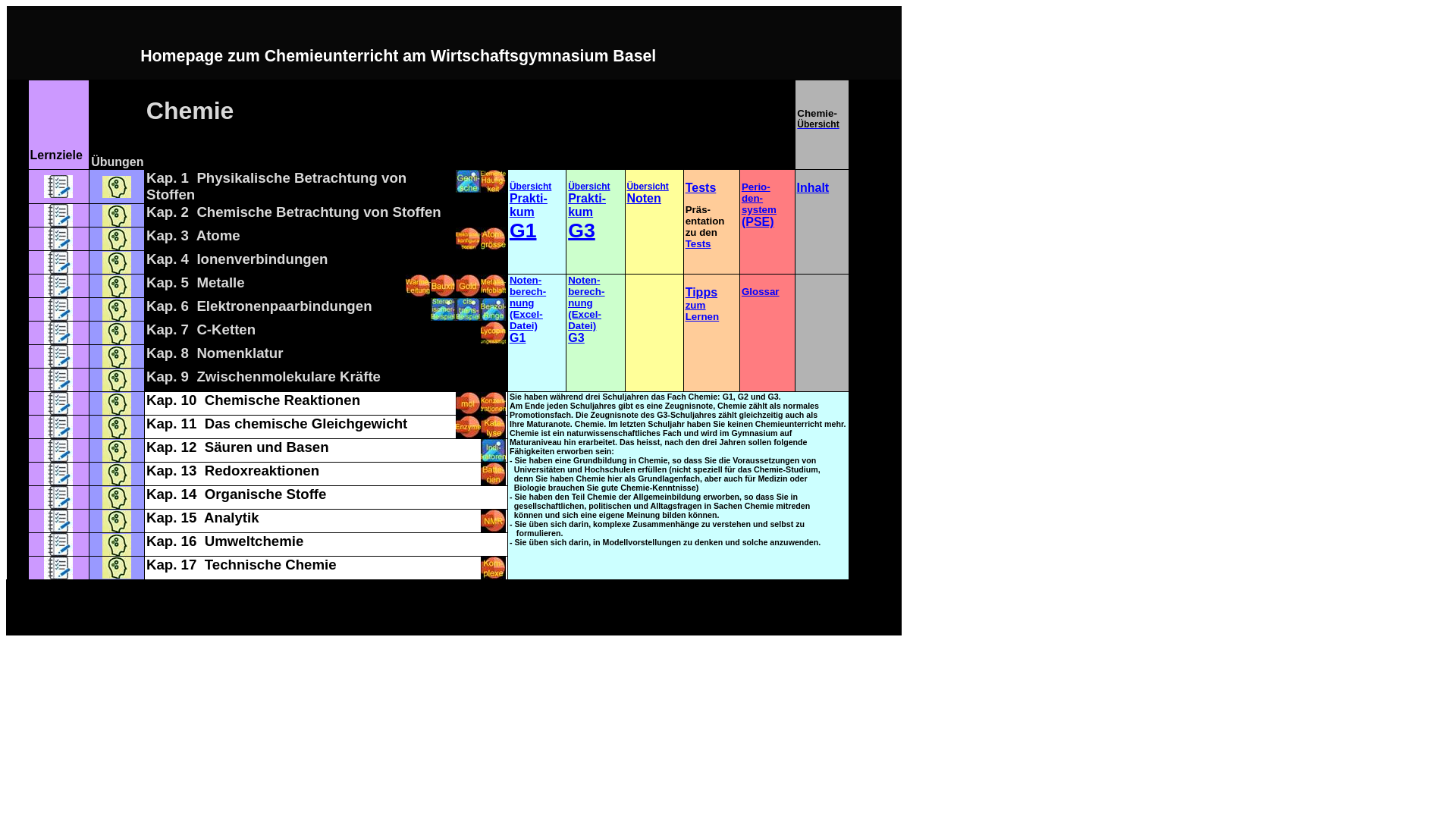 The height and width of the screenshot is (819, 1456). Describe the element at coordinates (811, 187) in the screenshot. I see `'Inhalt'` at that location.